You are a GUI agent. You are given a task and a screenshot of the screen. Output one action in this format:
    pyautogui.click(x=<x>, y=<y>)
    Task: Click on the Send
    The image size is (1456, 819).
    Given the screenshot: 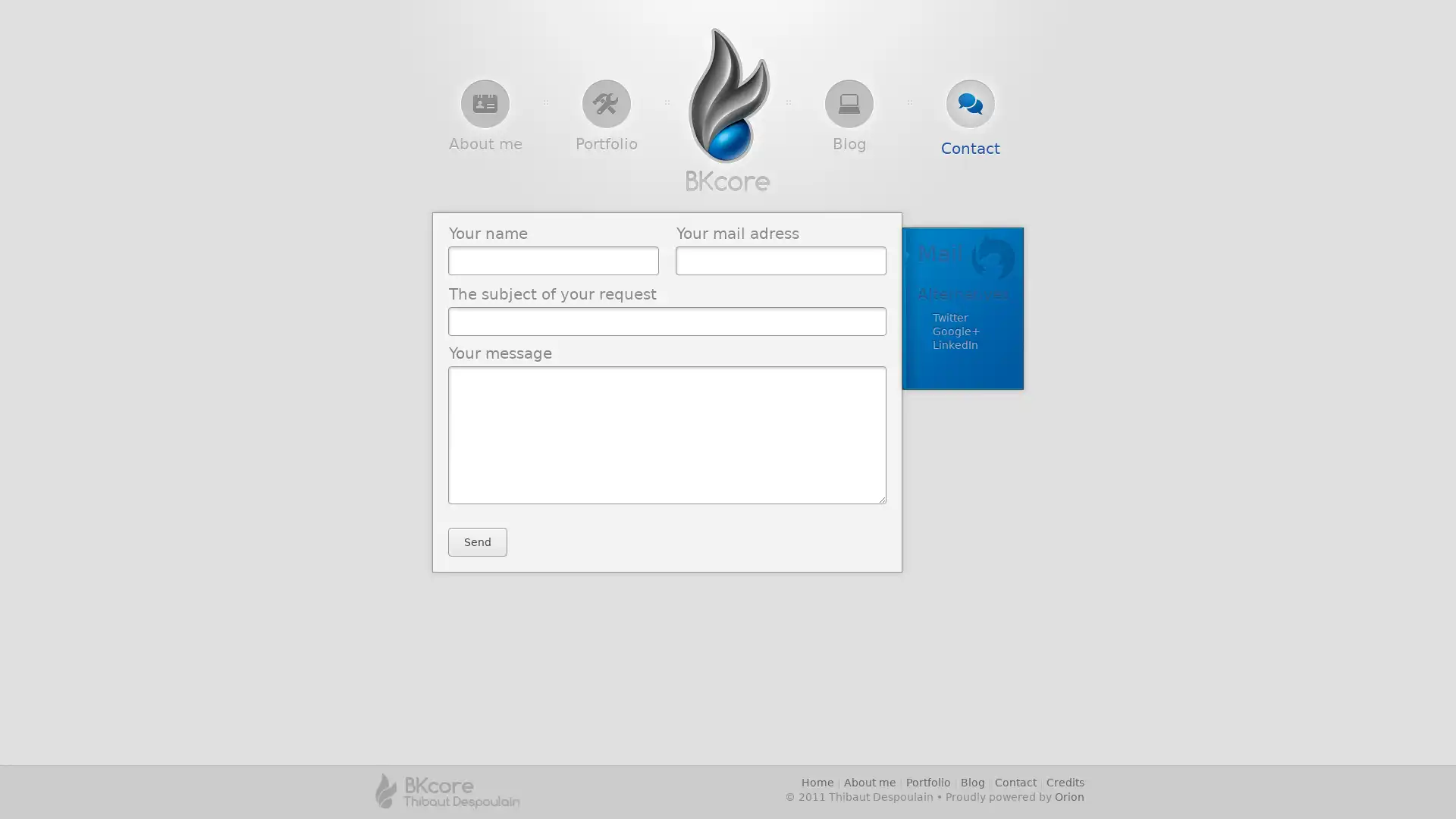 What is the action you would take?
    pyautogui.click(x=476, y=541)
    